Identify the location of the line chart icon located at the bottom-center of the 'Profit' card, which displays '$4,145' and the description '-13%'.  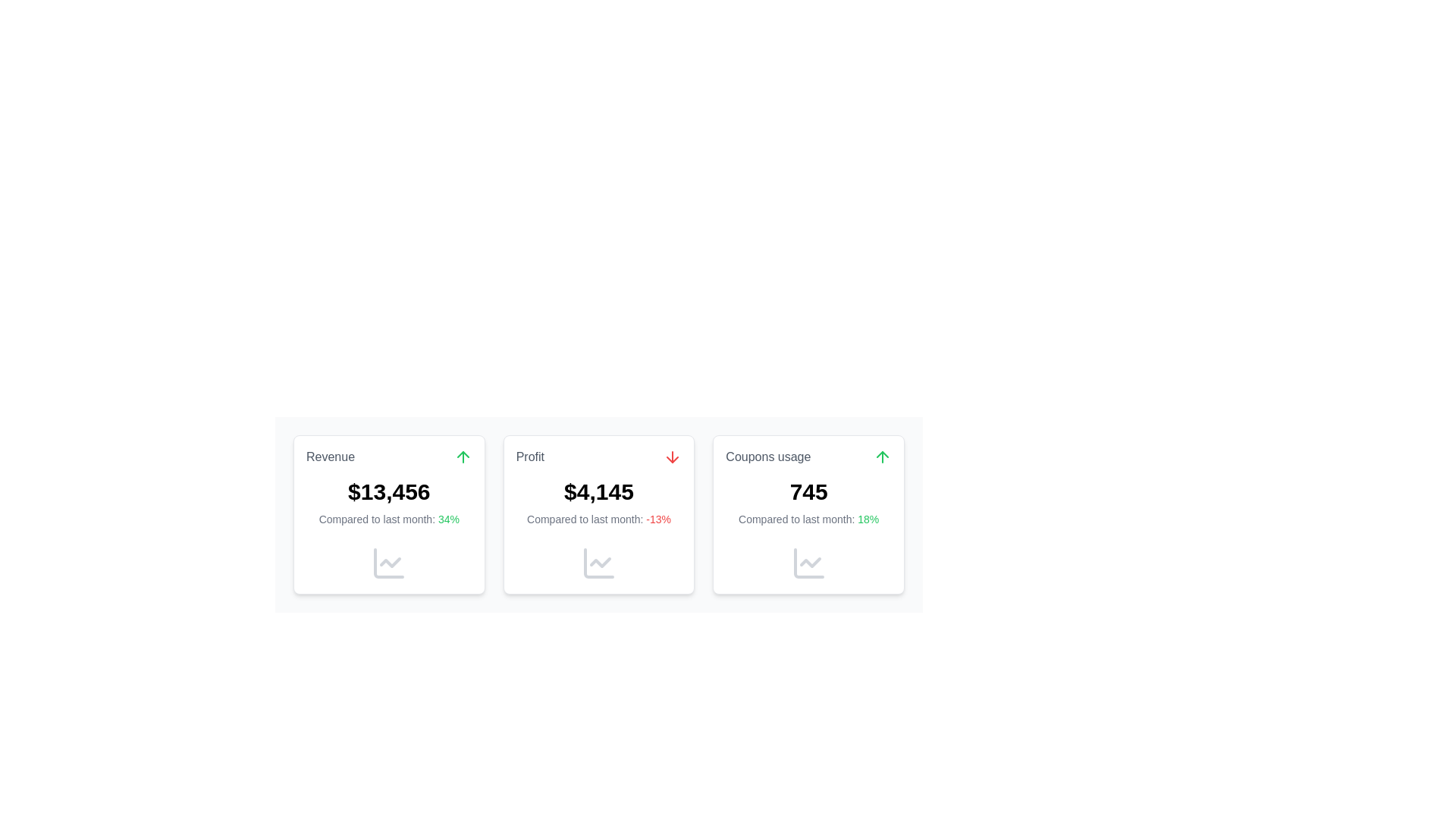
(598, 563).